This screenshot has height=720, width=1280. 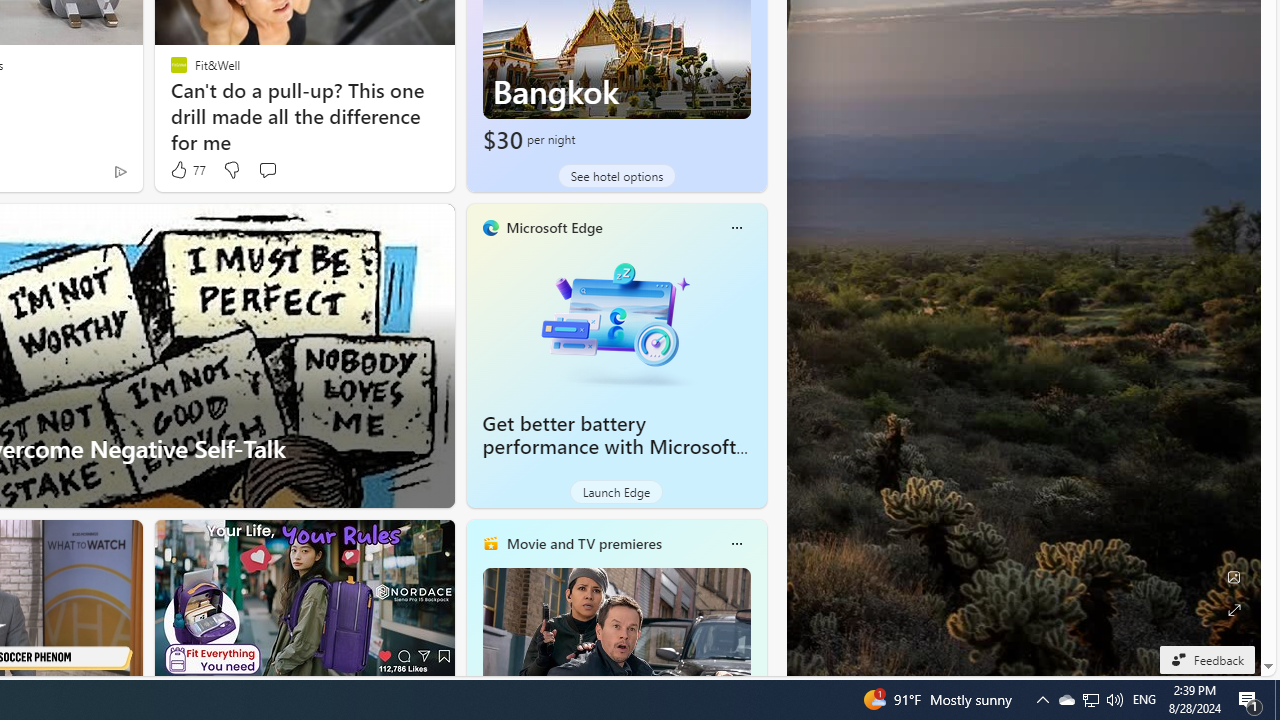 What do you see at coordinates (186, 169) in the screenshot?
I see `'77 Like'` at bounding box center [186, 169].